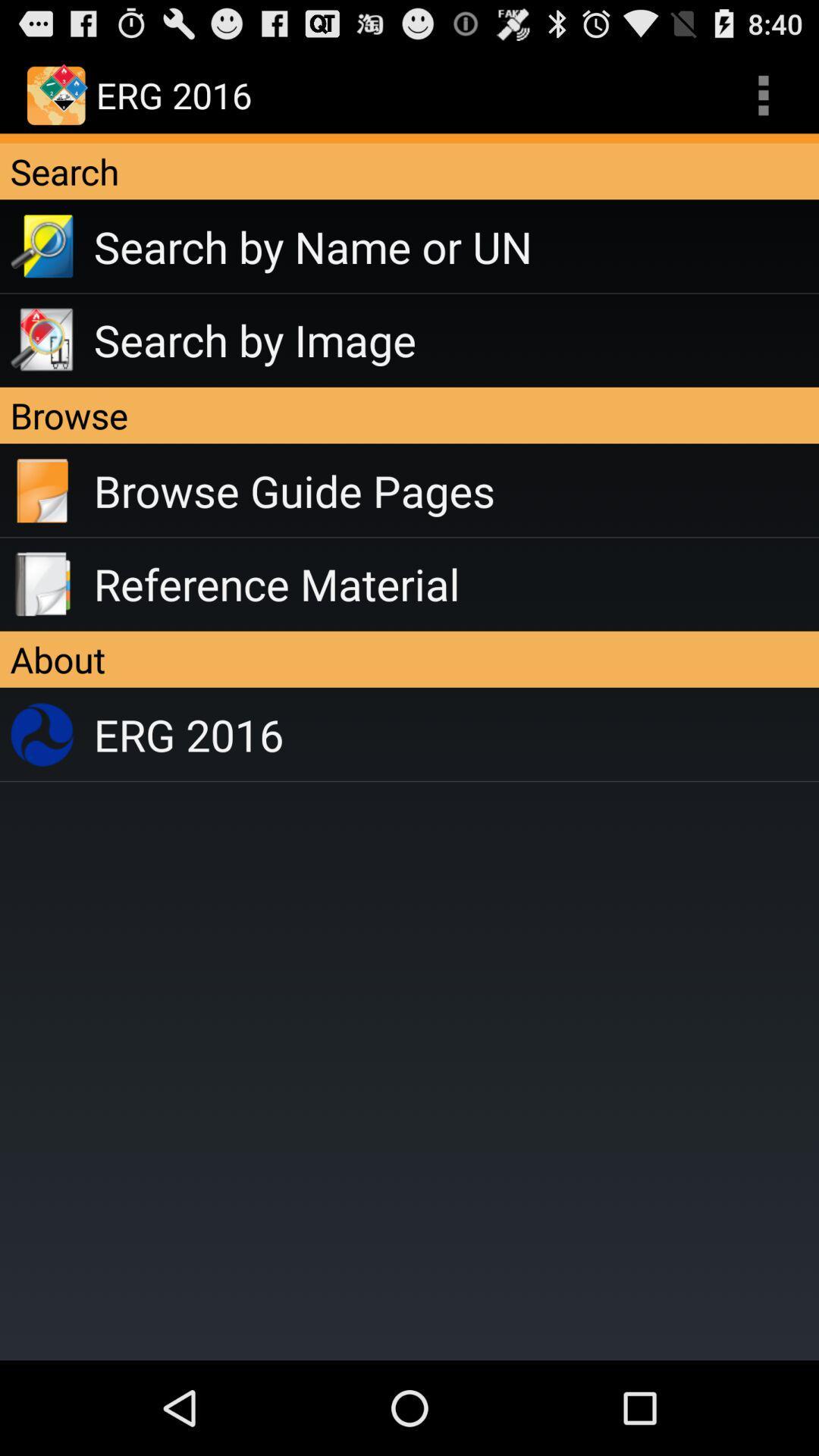 The image size is (819, 1456). Describe the element at coordinates (409, 659) in the screenshot. I see `the app below the reference material app` at that location.